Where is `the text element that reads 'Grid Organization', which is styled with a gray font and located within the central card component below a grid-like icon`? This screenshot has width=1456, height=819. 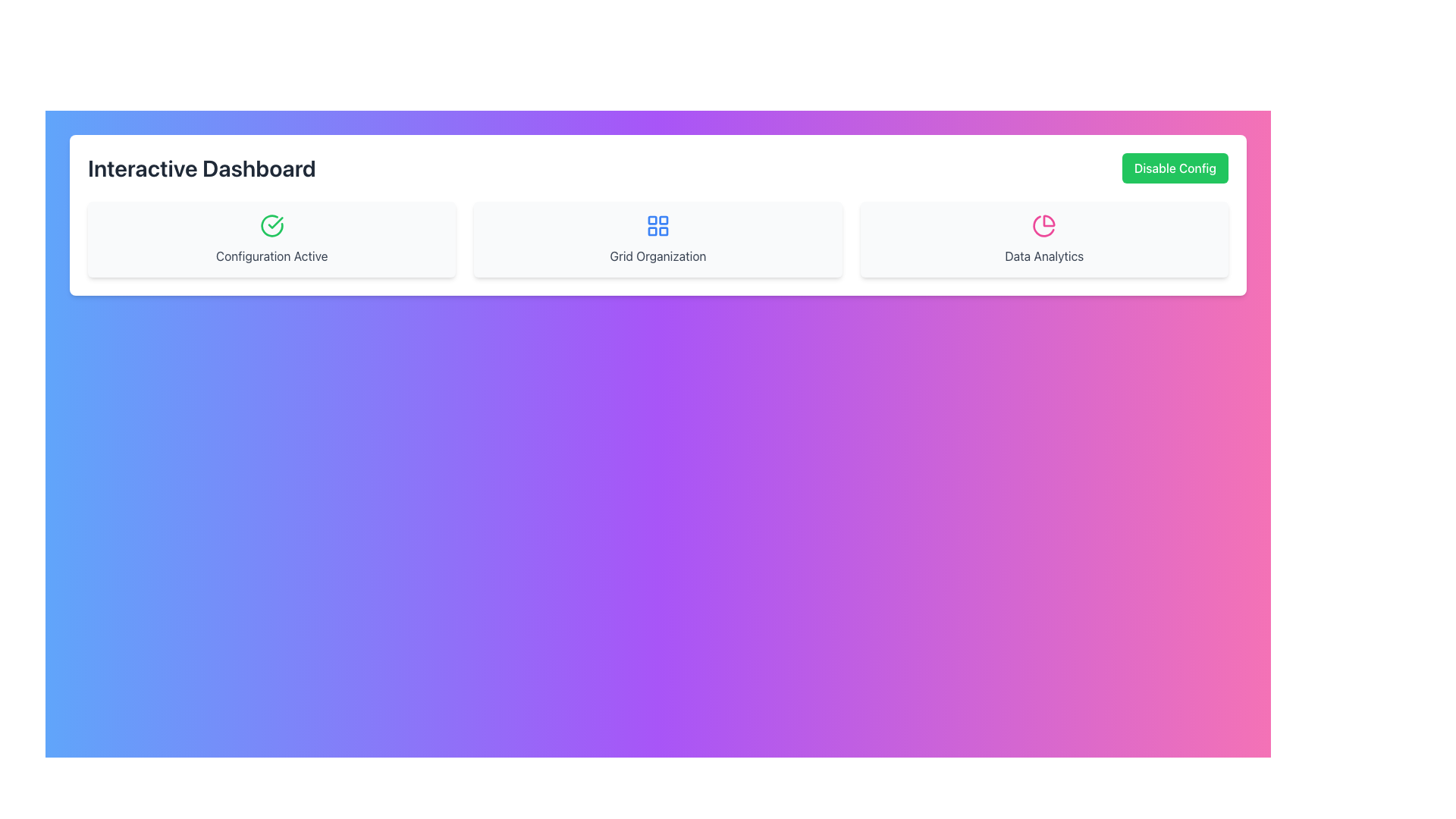 the text element that reads 'Grid Organization', which is styled with a gray font and located within the central card component below a grid-like icon is located at coordinates (658, 256).